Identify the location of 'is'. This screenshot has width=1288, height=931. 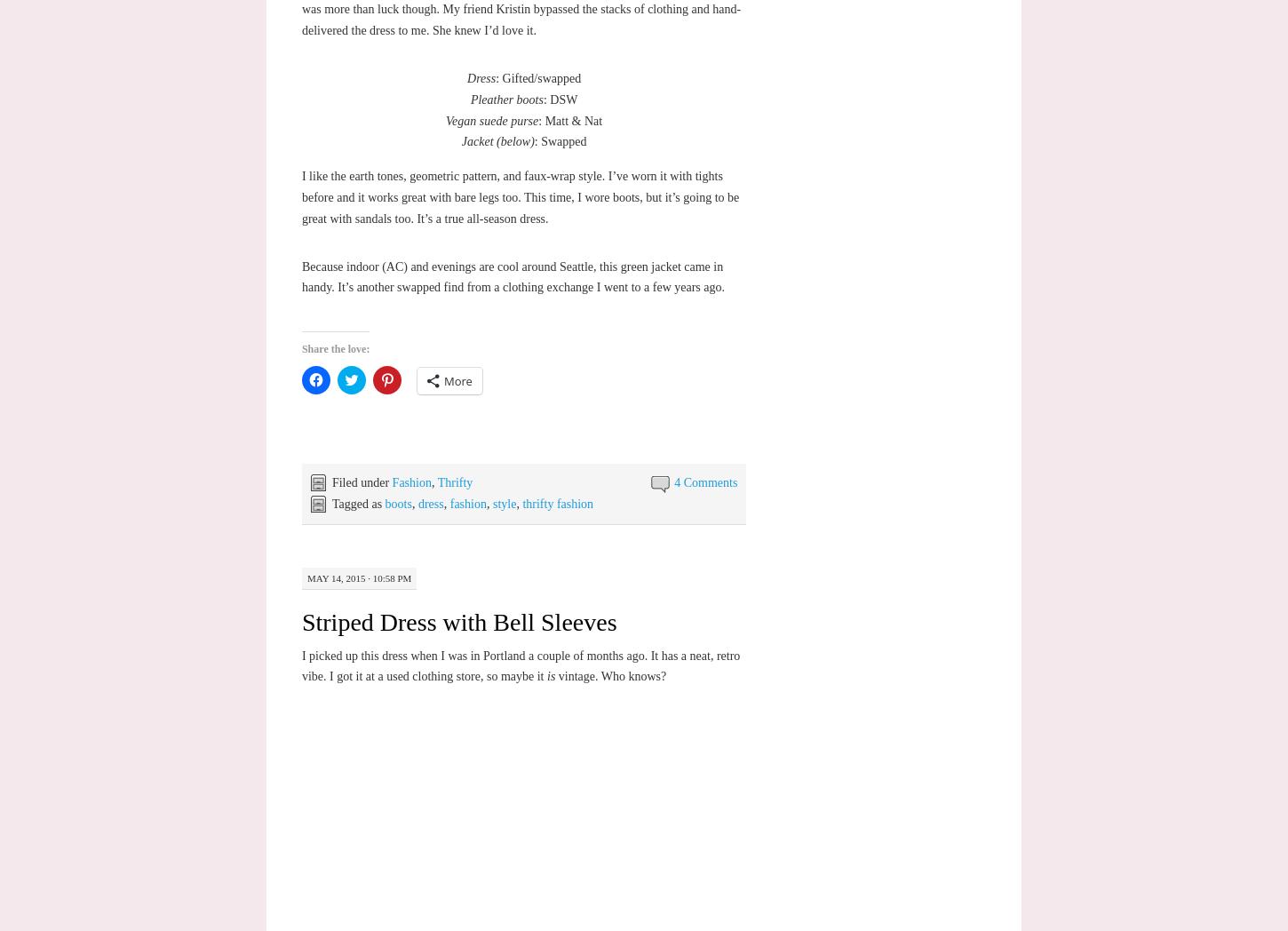
(550, 676).